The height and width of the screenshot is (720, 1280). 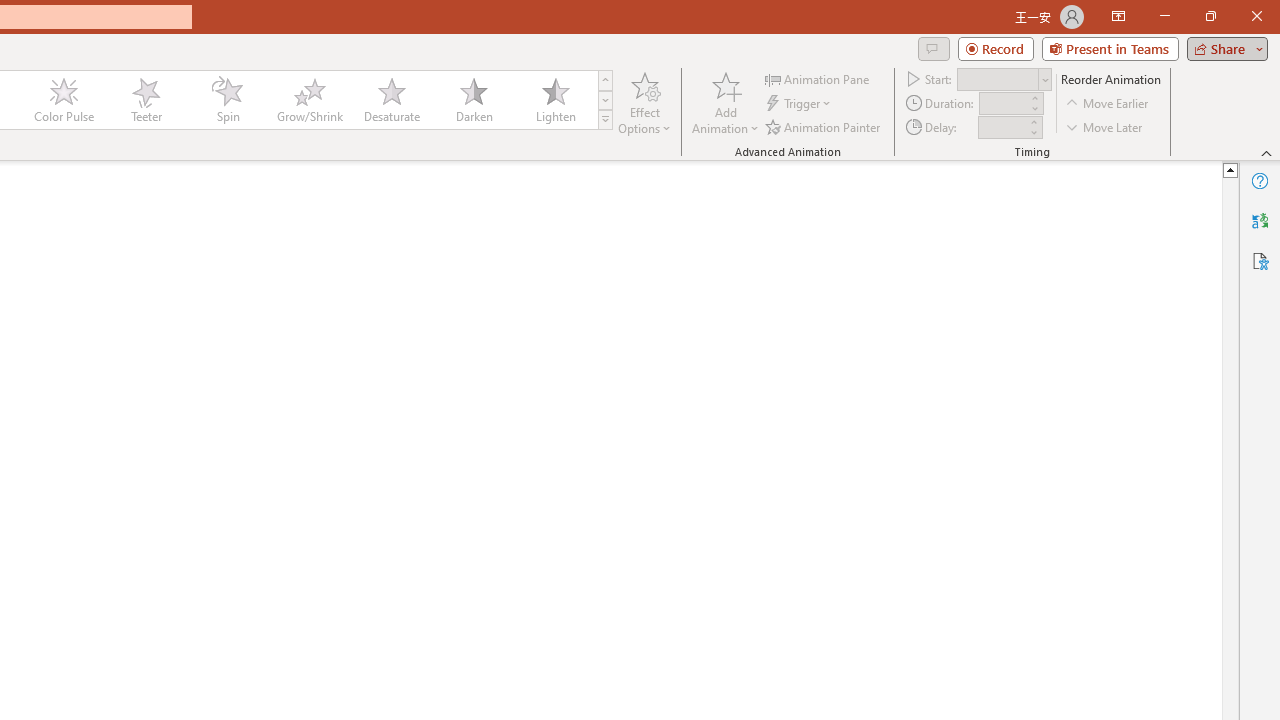 I want to click on 'Desaturate', so click(x=391, y=100).